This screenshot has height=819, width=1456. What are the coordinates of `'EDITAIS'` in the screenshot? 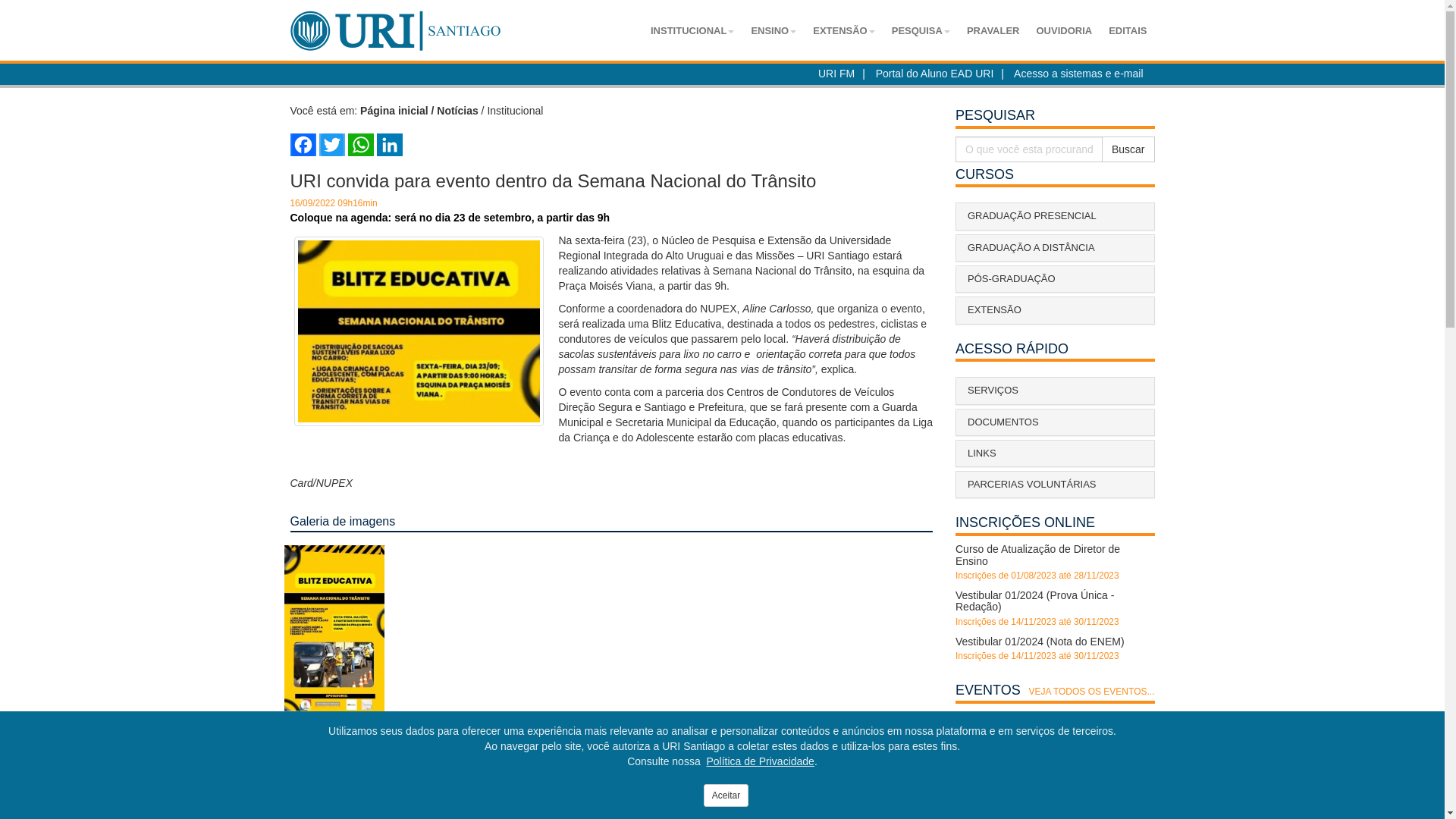 It's located at (1128, 31).